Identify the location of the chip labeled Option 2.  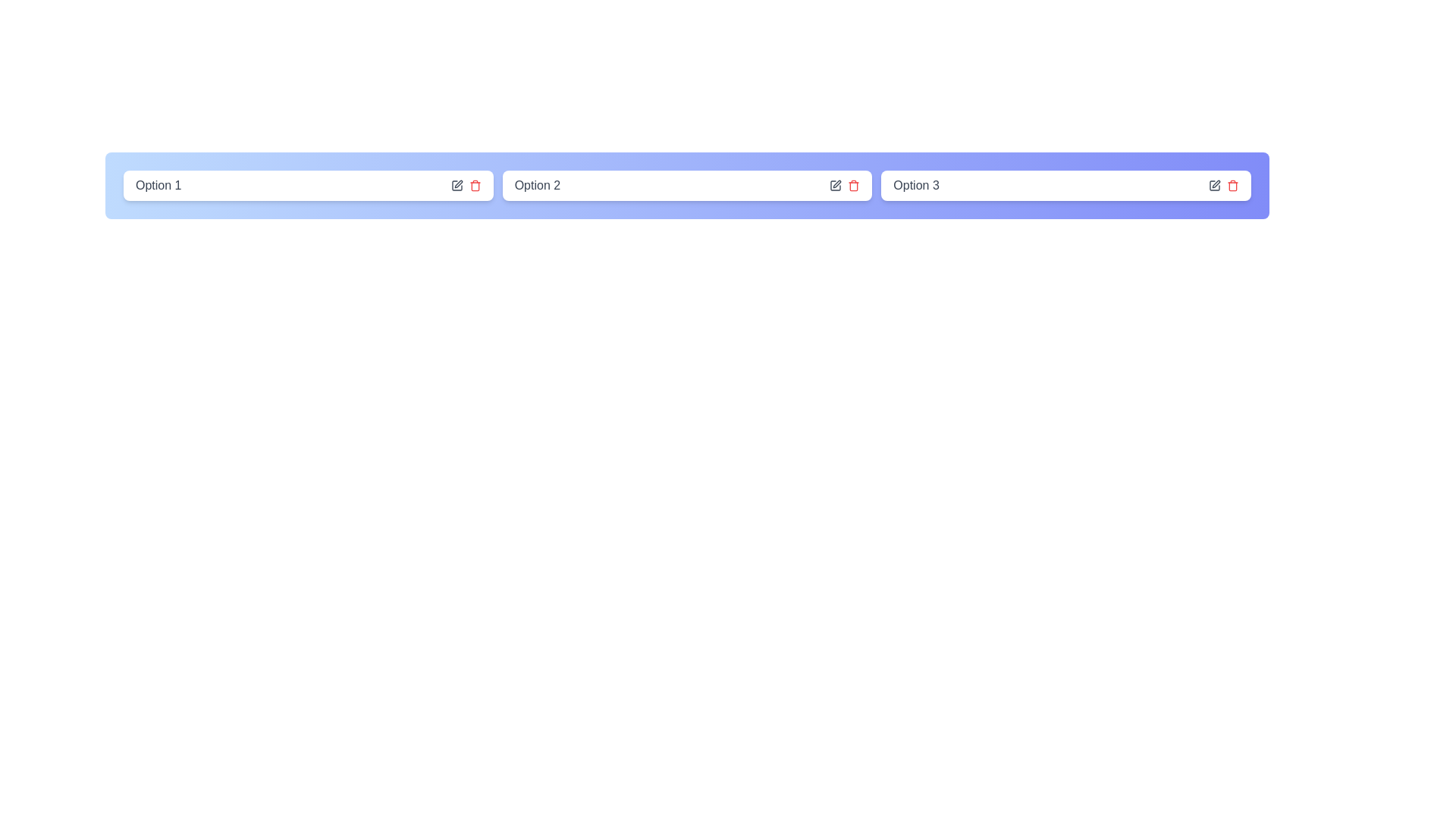
(686, 185).